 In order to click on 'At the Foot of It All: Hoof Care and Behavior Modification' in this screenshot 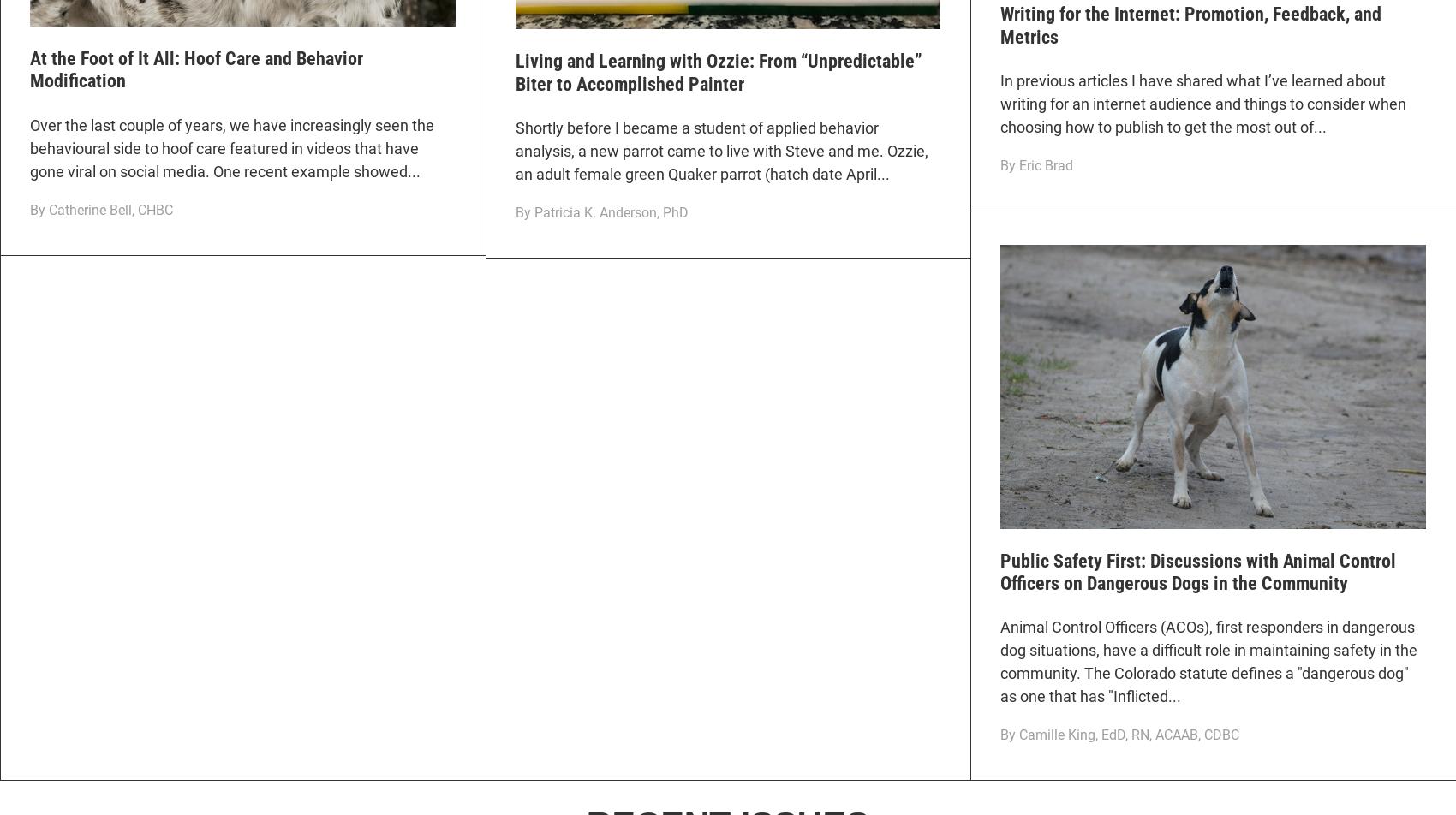, I will do `click(196, 69)`.